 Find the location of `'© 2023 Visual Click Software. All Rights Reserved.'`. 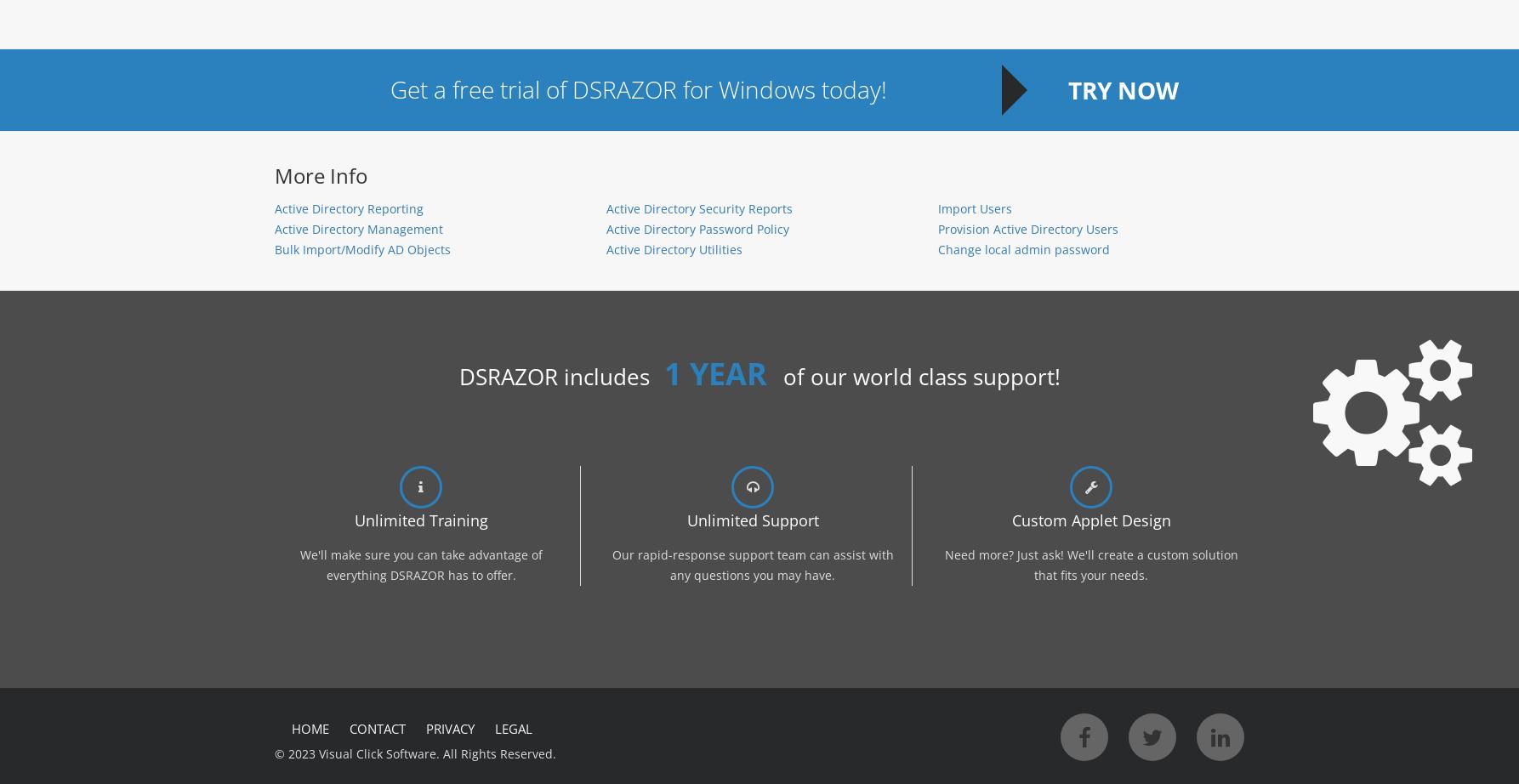

'© 2023 Visual Click Software. All Rights Reserved.' is located at coordinates (414, 753).